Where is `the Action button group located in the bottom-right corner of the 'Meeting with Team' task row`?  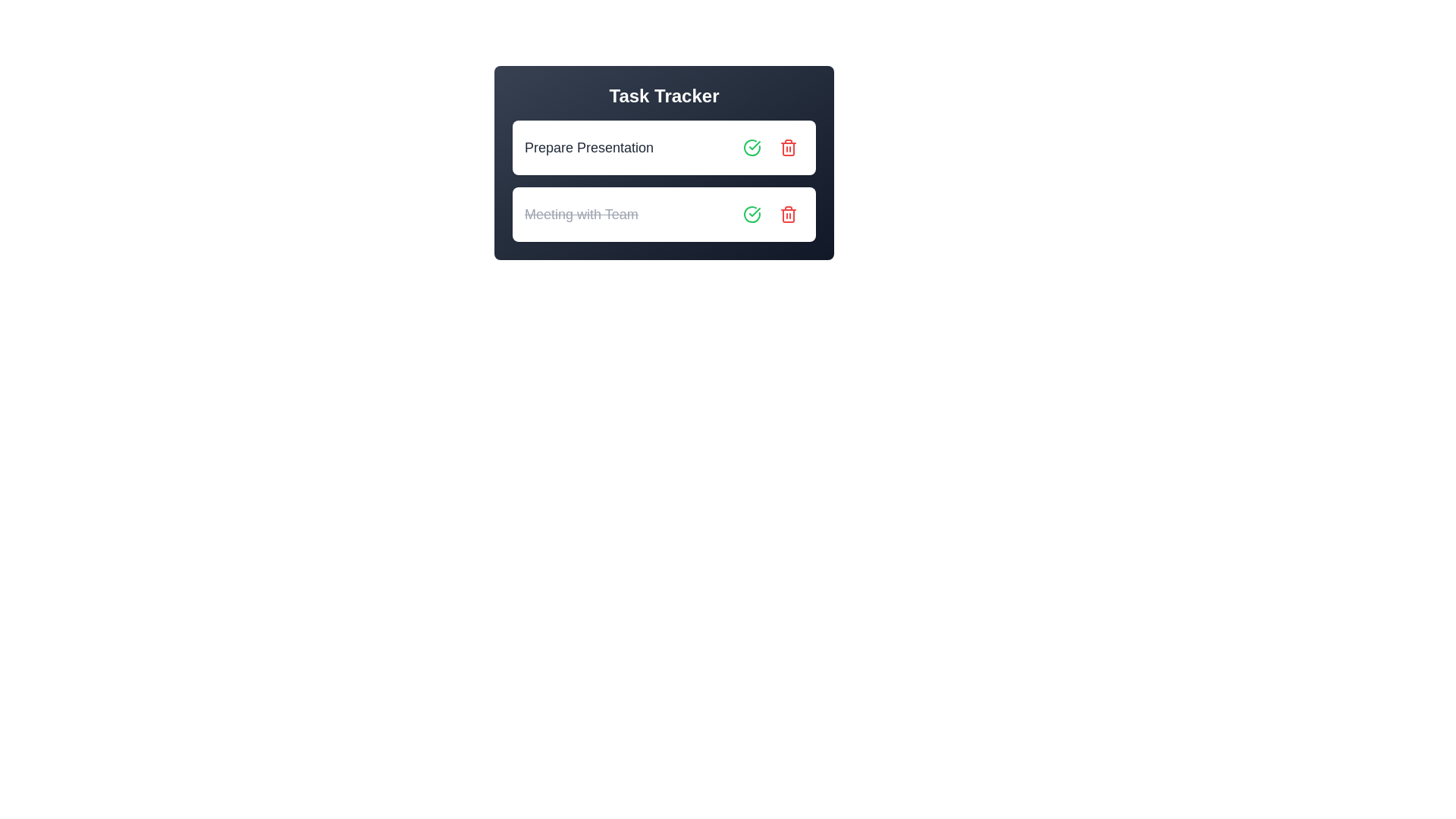 the Action button group located in the bottom-right corner of the 'Meeting with Team' task row is located at coordinates (770, 214).